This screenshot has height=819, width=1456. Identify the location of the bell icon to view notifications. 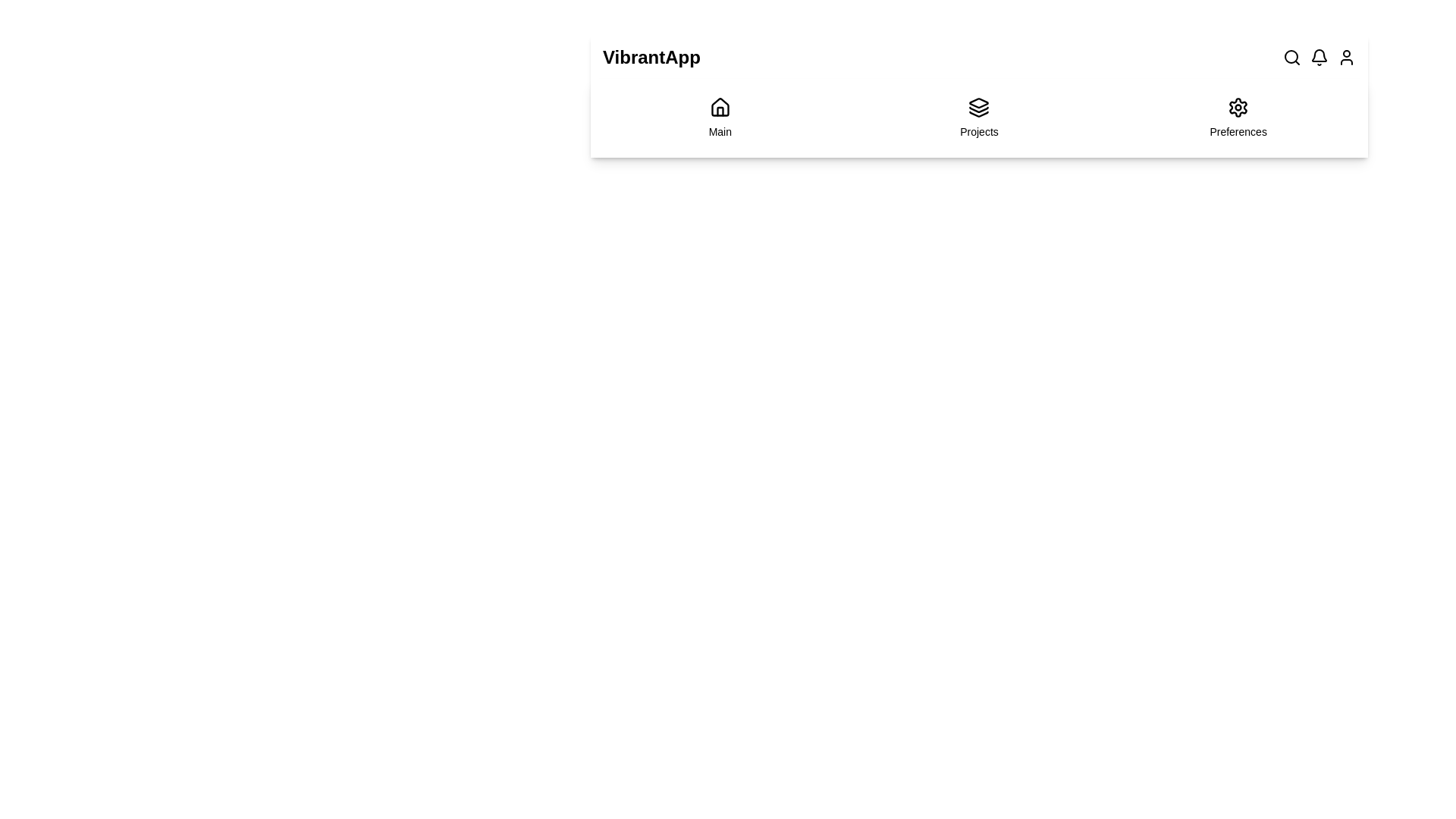
(1318, 57).